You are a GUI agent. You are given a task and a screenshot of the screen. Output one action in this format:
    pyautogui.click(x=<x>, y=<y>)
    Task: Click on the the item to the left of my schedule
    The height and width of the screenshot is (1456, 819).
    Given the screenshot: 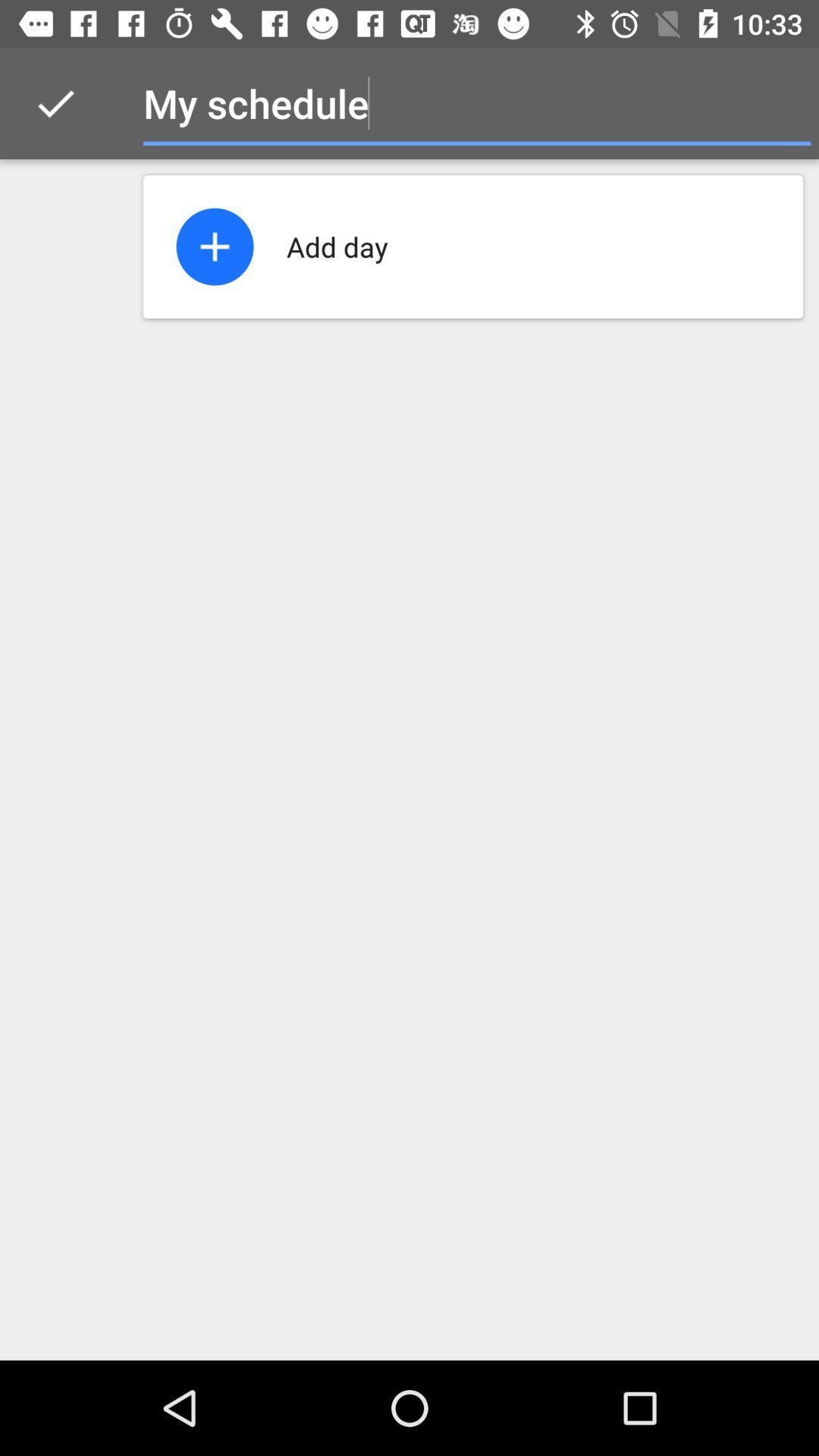 What is the action you would take?
    pyautogui.click(x=55, y=102)
    